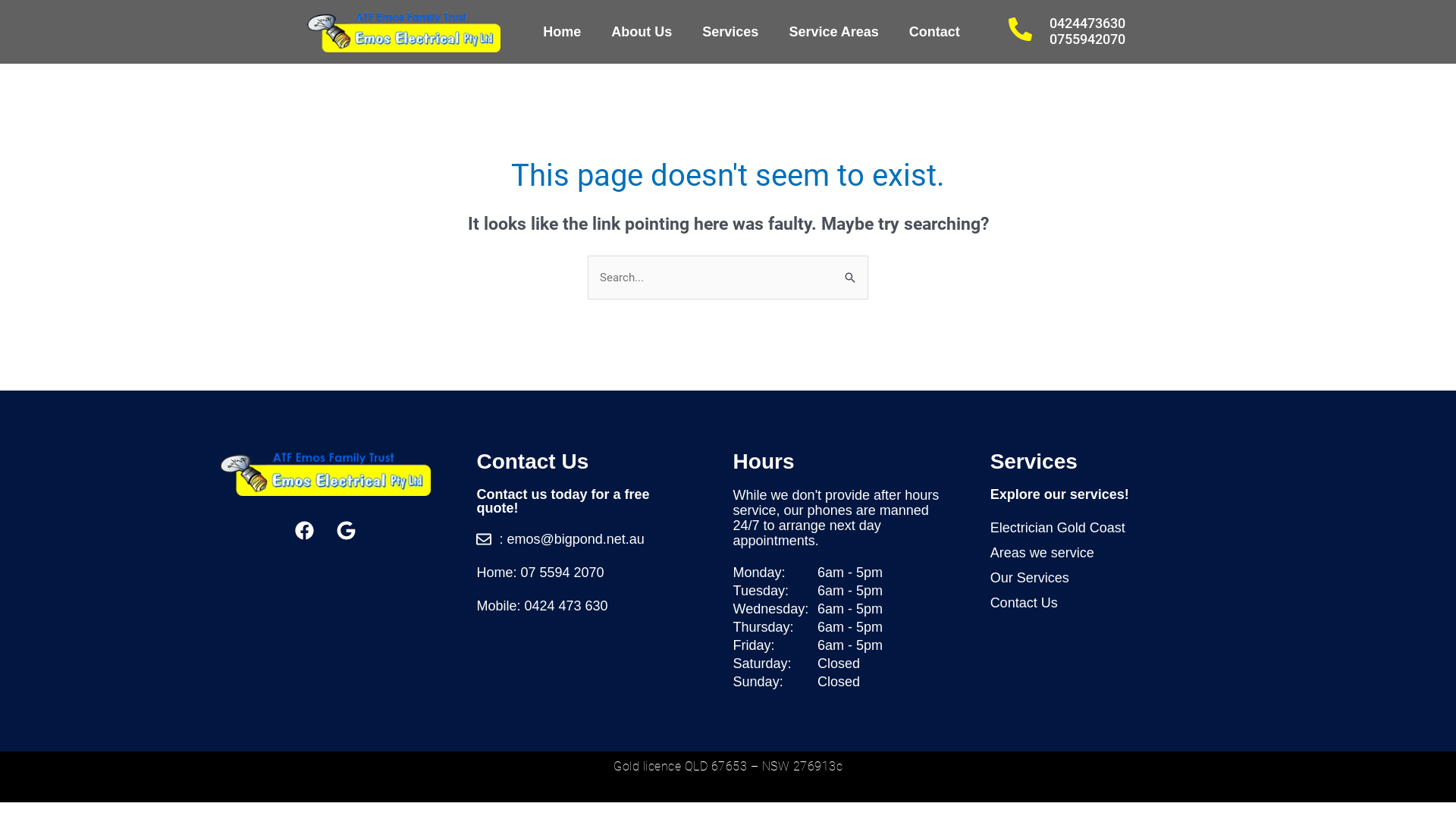 Image resolution: width=1456 pixels, height=819 pixels. Describe the element at coordinates (679, 766) in the screenshot. I see `'Gold licence QLD 67653'` at that location.